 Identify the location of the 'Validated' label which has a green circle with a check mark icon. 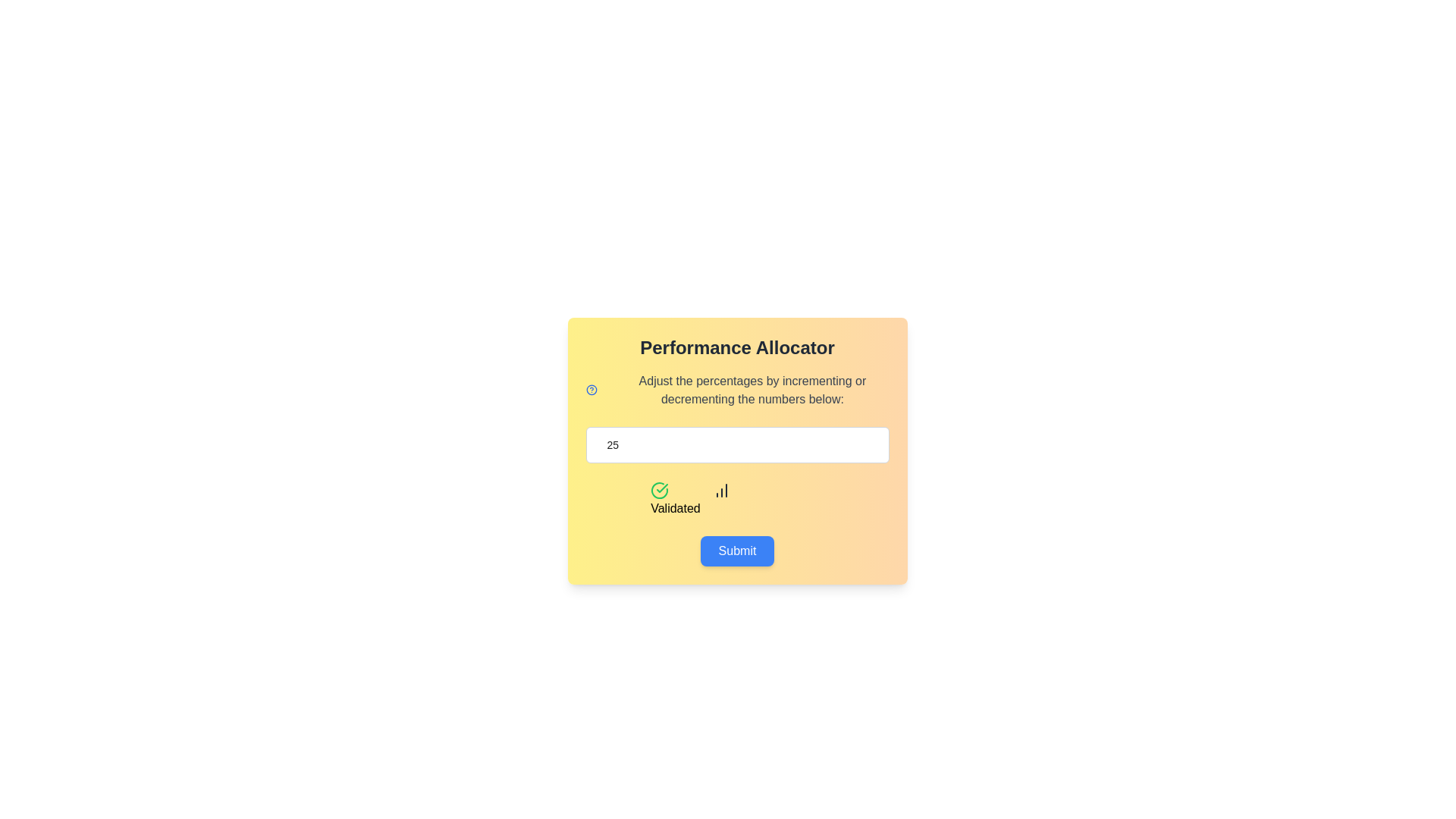
(674, 500).